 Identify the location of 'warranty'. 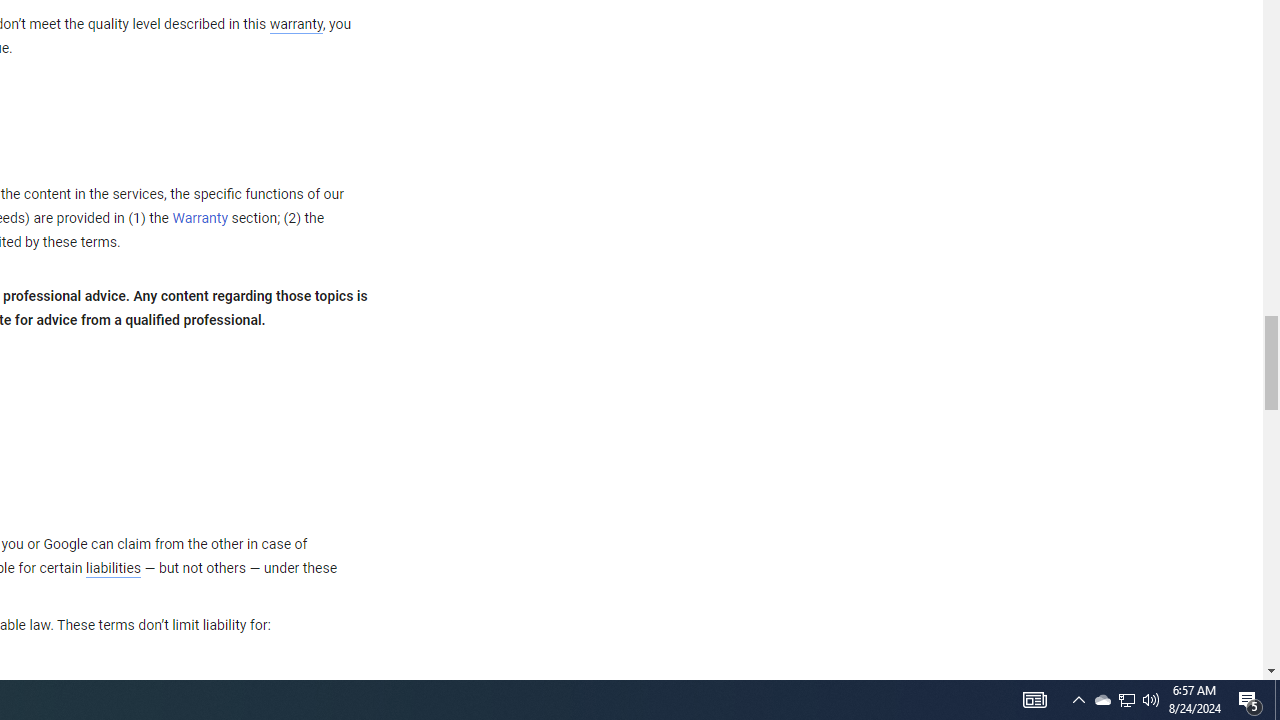
(294, 25).